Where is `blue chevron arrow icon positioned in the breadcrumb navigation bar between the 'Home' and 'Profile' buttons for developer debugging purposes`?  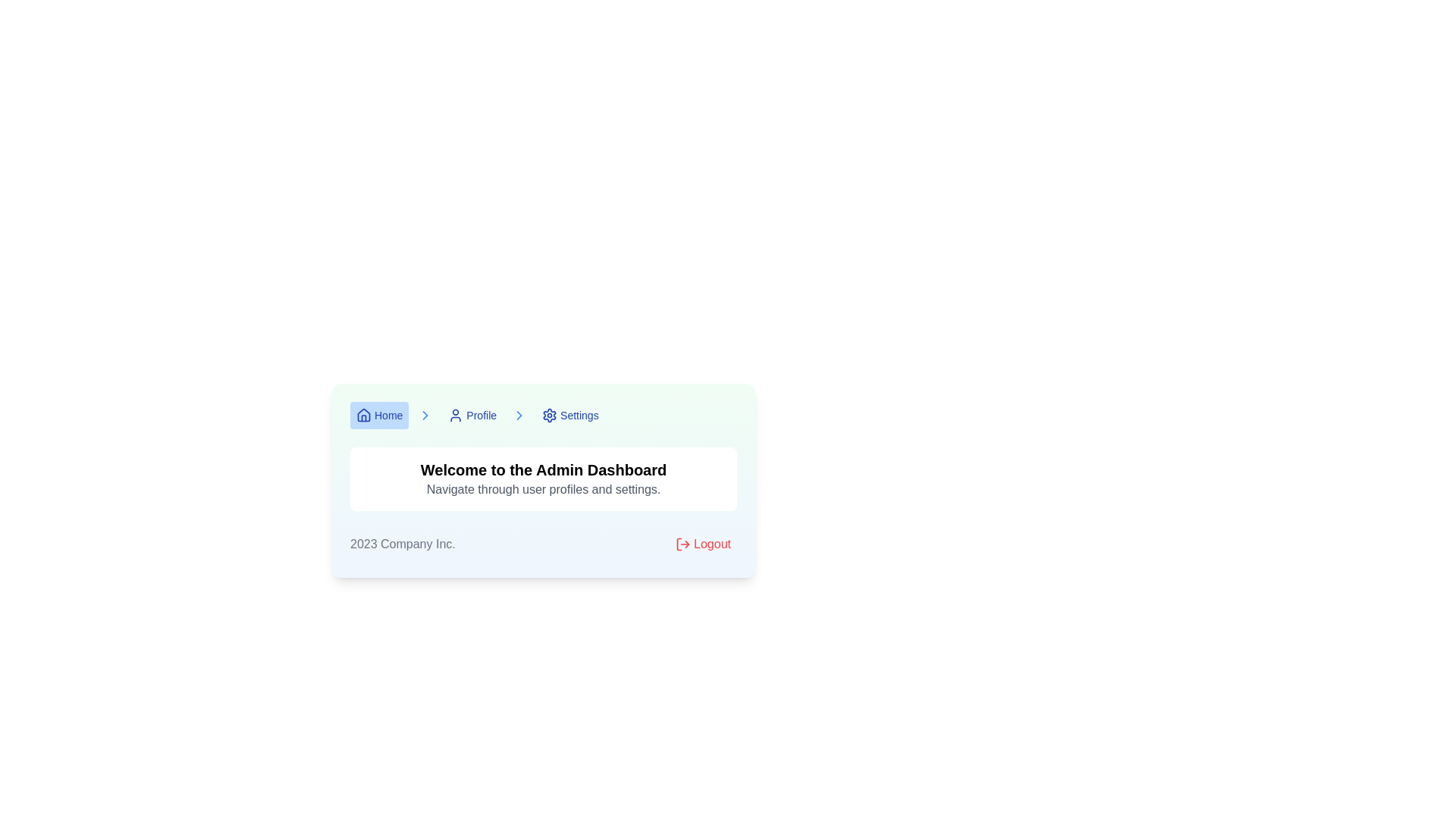 blue chevron arrow icon positioned in the breadcrumb navigation bar between the 'Home' and 'Profile' buttons for developer debugging purposes is located at coordinates (425, 415).